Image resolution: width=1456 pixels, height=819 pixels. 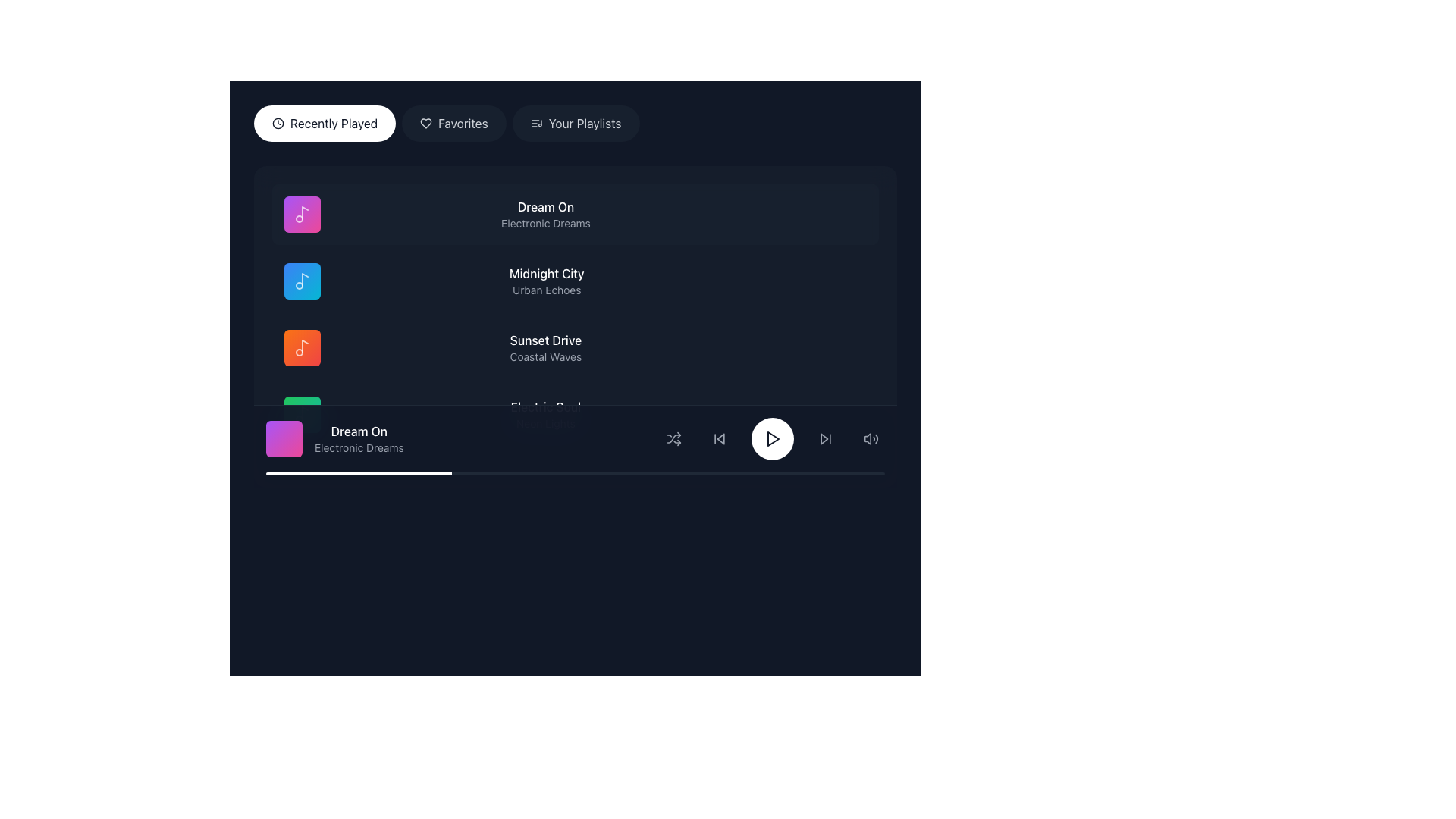 I want to click on progress, so click(x=526, y=472).